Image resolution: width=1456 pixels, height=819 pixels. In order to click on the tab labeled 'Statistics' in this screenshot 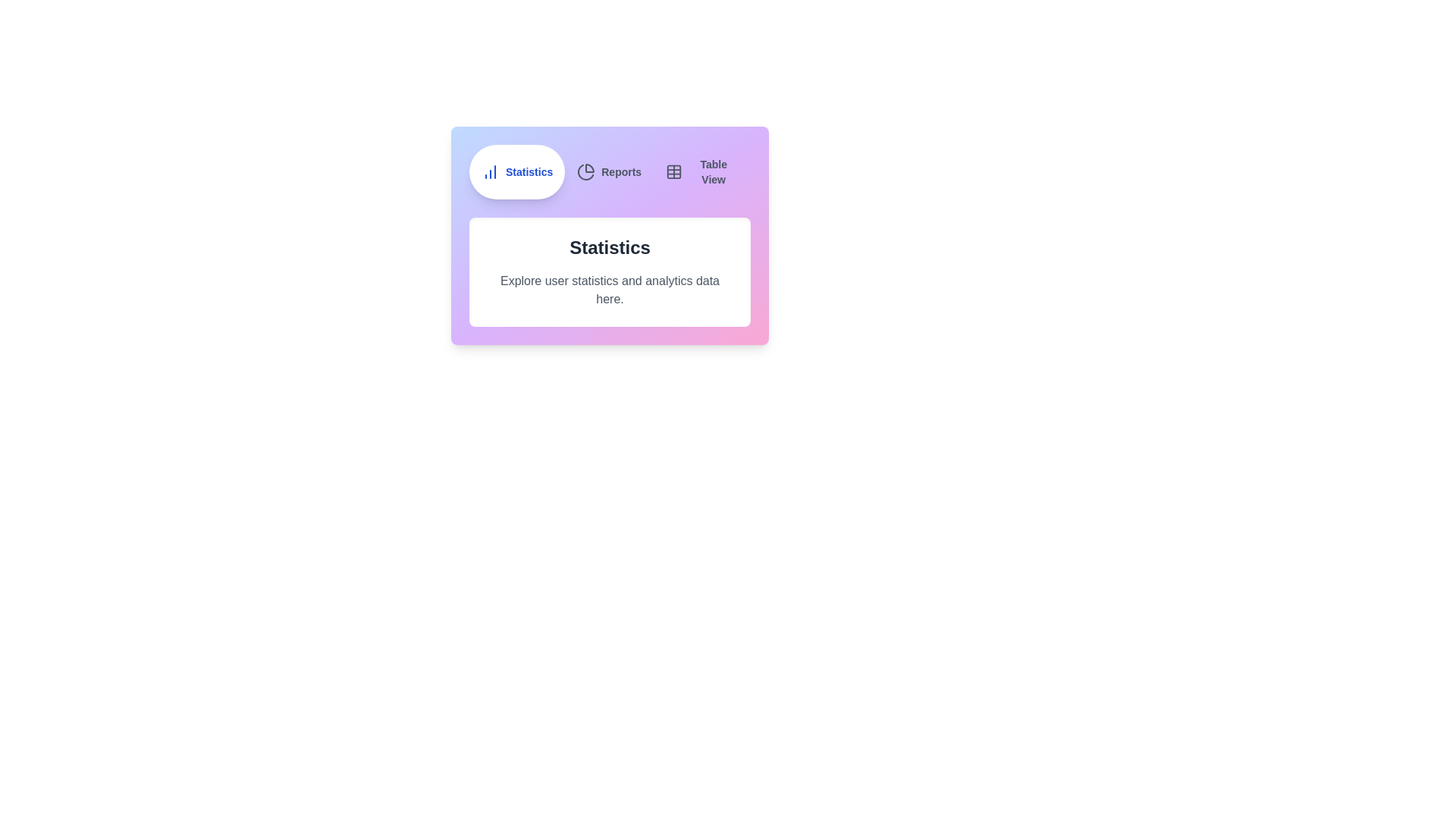, I will do `click(517, 171)`.